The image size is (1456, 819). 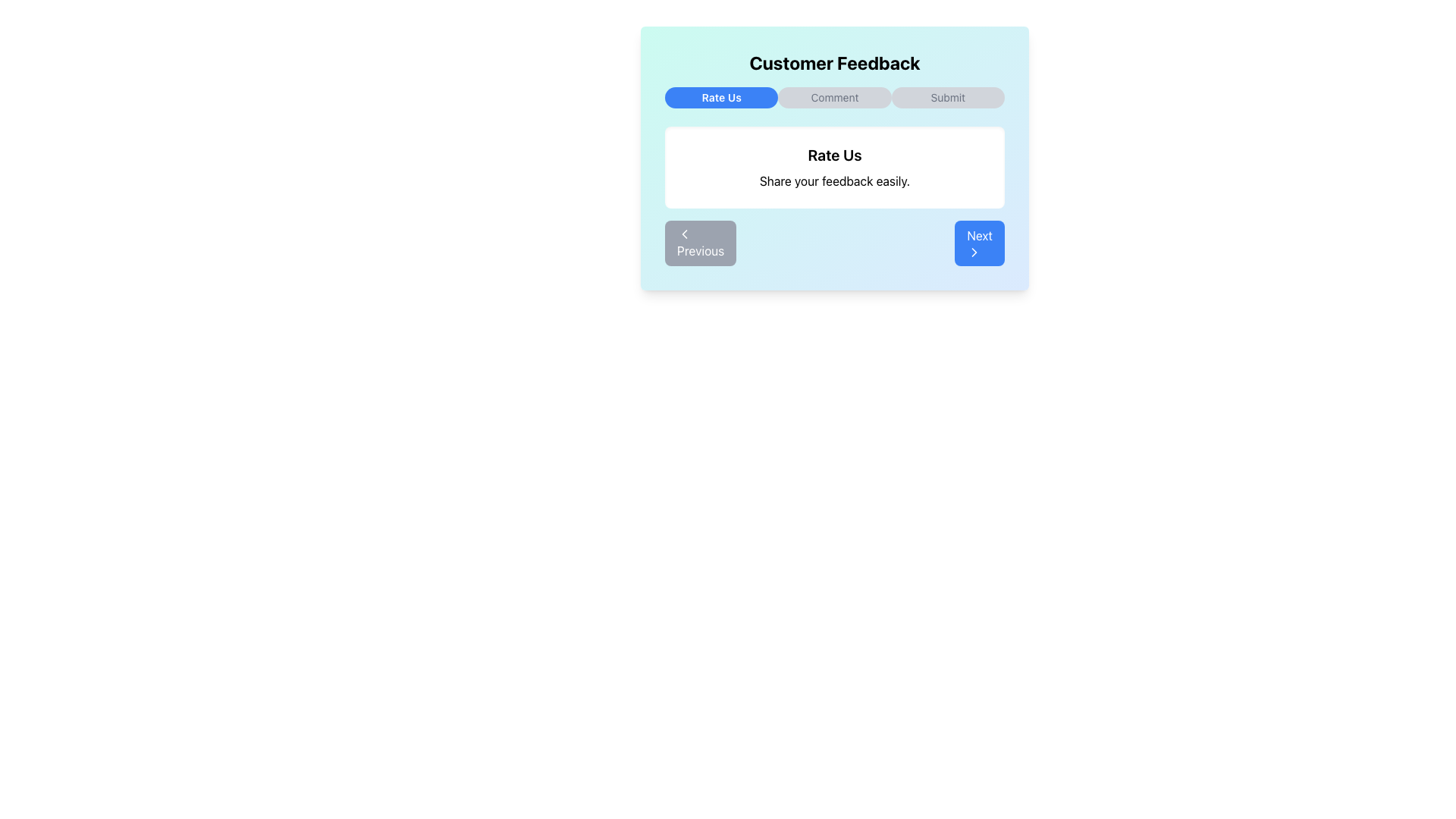 What do you see at coordinates (980, 242) in the screenshot?
I see `the 'Next' button, which has a blue background and white text with a right-pointing chevron icon` at bounding box center [980, 242].